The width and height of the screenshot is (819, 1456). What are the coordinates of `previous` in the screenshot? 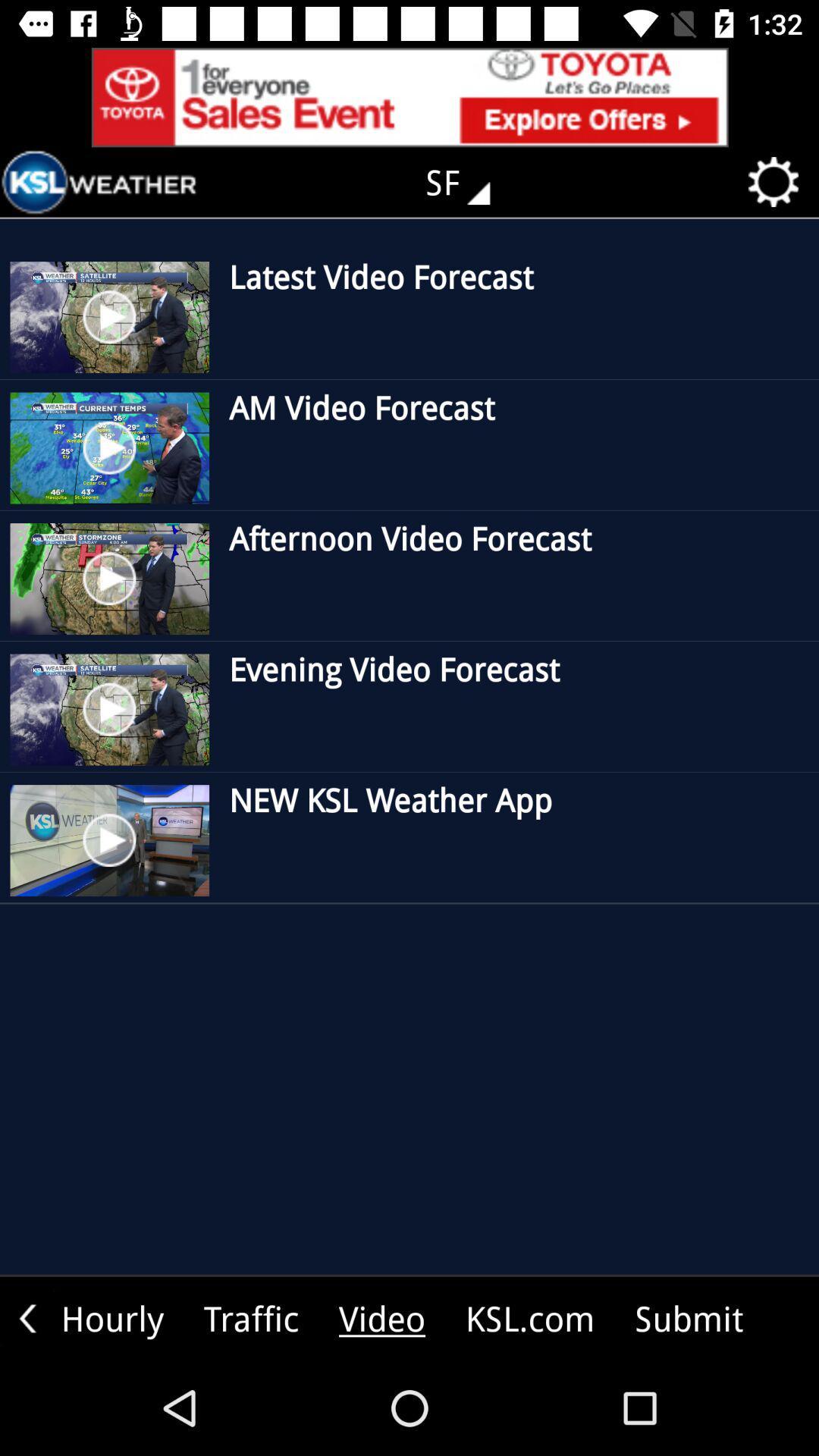 It's located at (27, 1317).